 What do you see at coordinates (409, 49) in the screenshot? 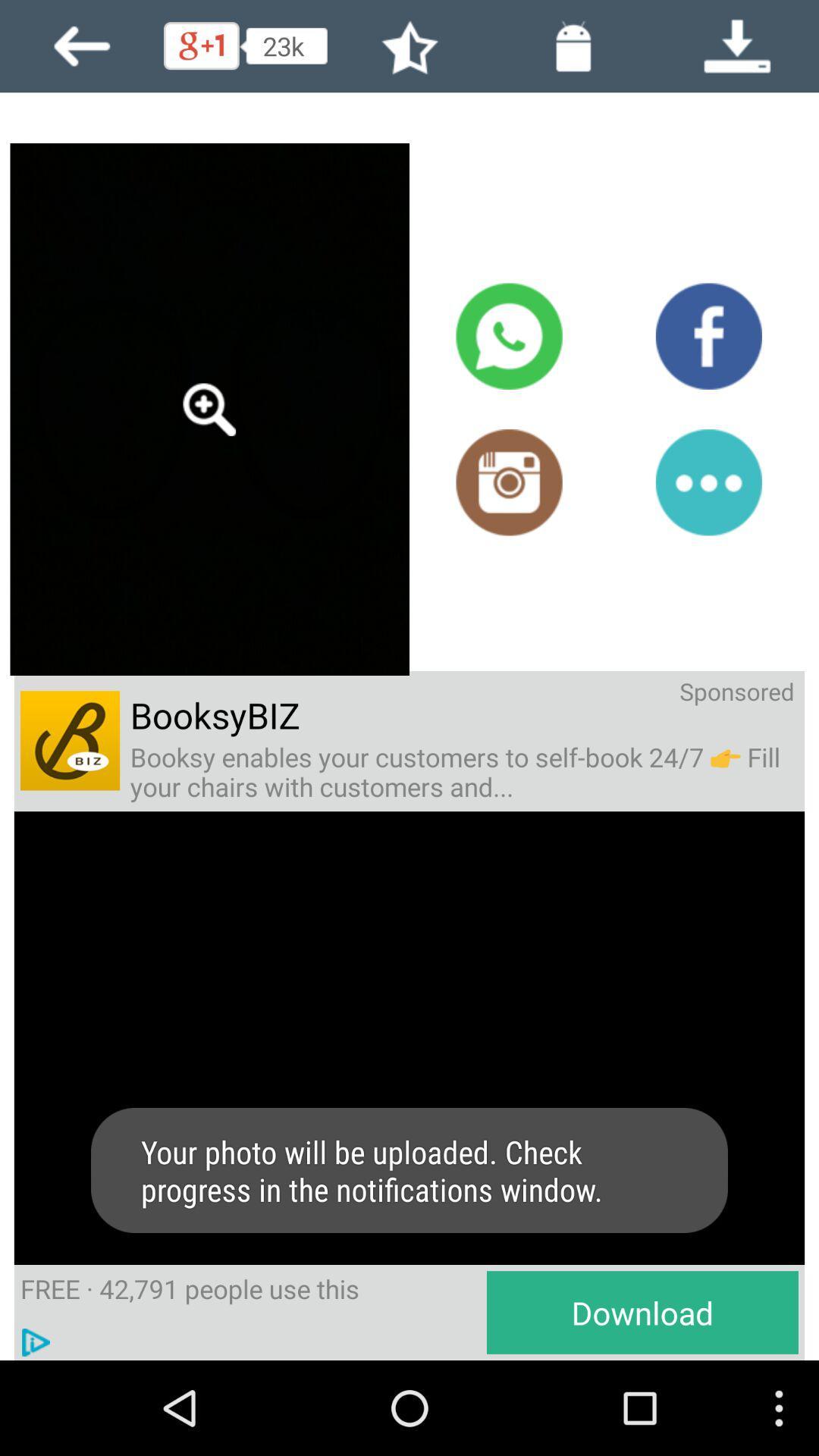
I see `the star icon` at bounding box center [409, 49].